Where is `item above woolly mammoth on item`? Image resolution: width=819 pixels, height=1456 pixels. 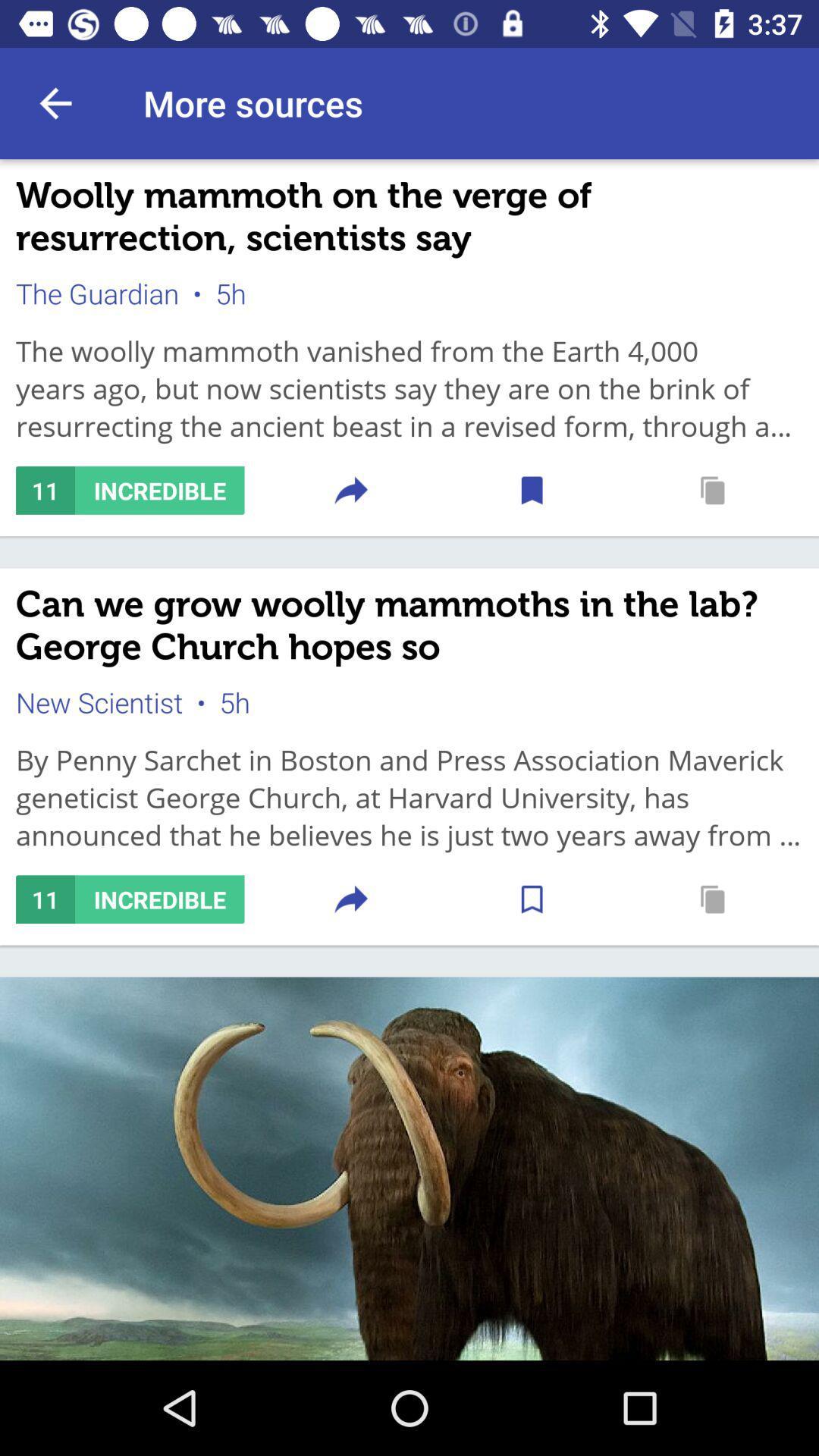
item above woolly mammoth on item is located at coordinates (55, 102).